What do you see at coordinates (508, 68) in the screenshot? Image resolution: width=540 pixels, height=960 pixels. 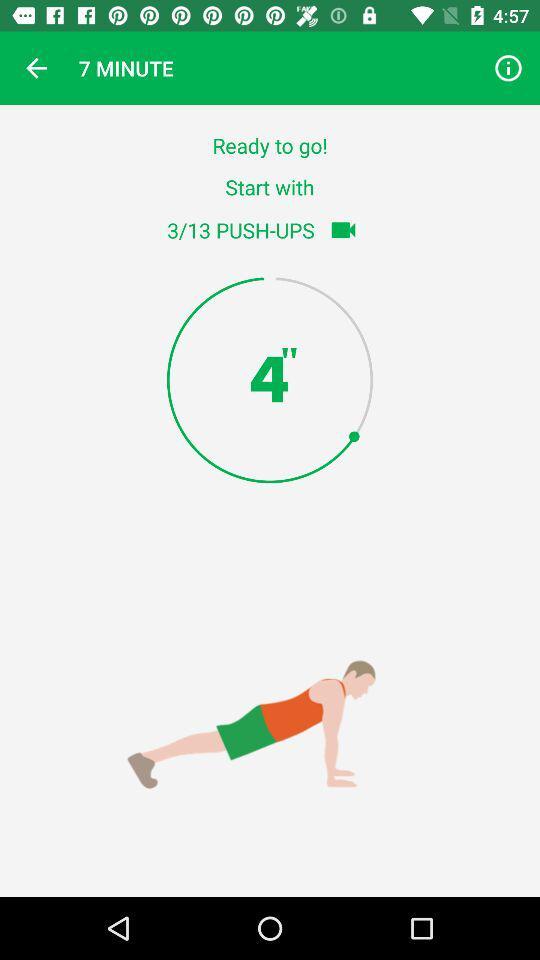 I see `item next to 7 minute item` at bounding box center [508, 68].